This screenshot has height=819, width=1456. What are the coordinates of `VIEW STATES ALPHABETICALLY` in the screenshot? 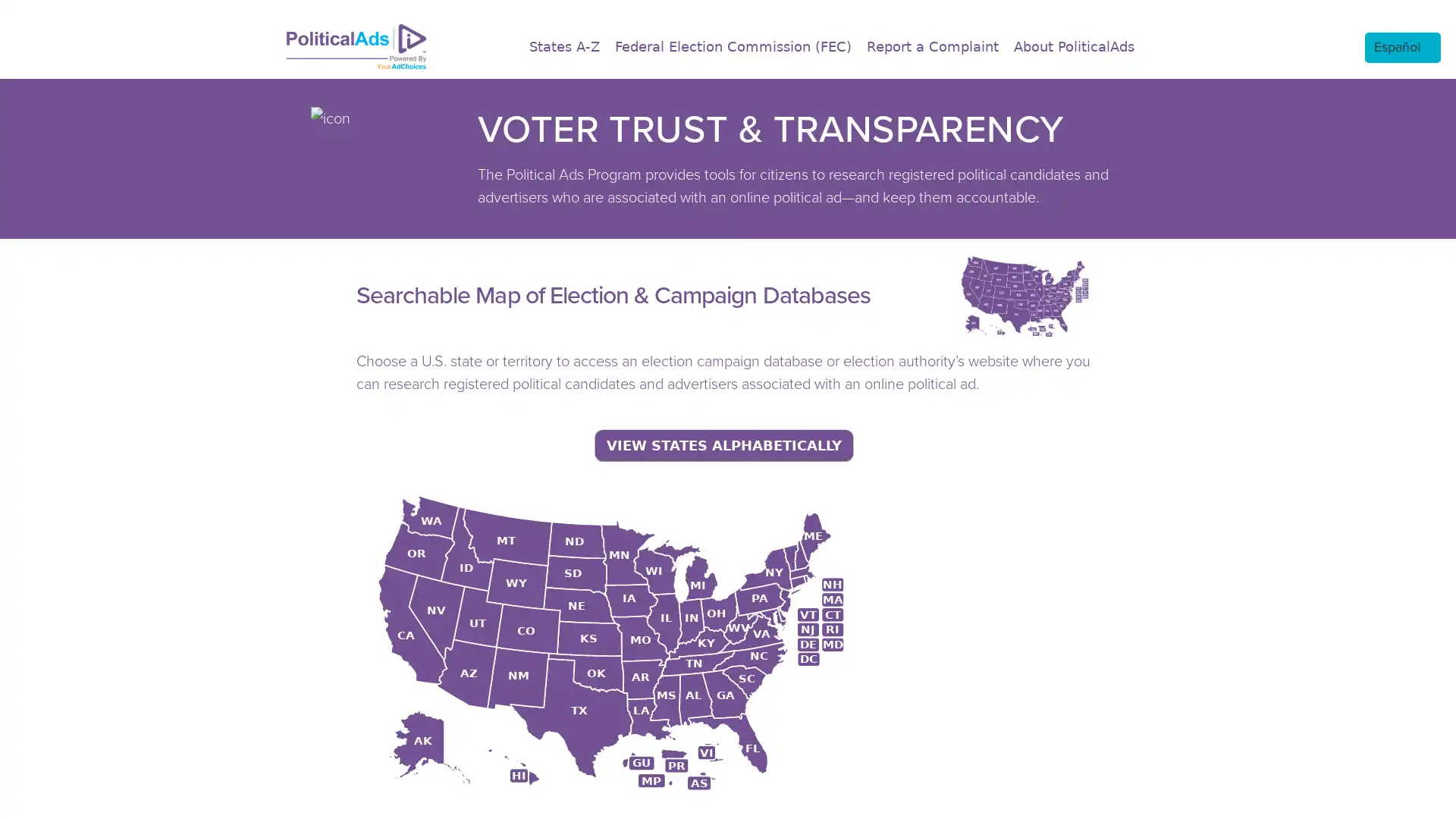 It's located at (723, 444).